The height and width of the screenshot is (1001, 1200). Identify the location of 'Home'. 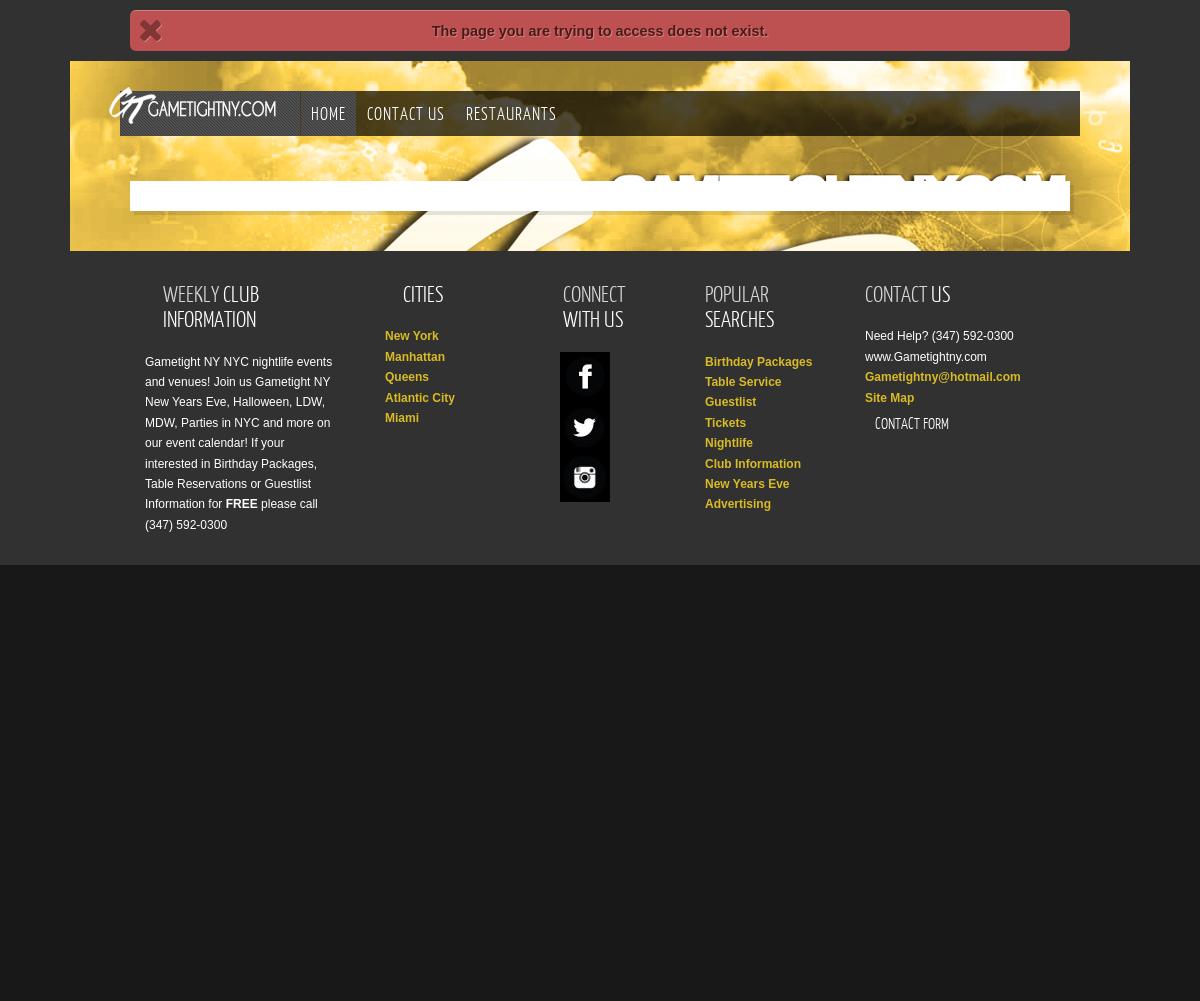
(328, 112).